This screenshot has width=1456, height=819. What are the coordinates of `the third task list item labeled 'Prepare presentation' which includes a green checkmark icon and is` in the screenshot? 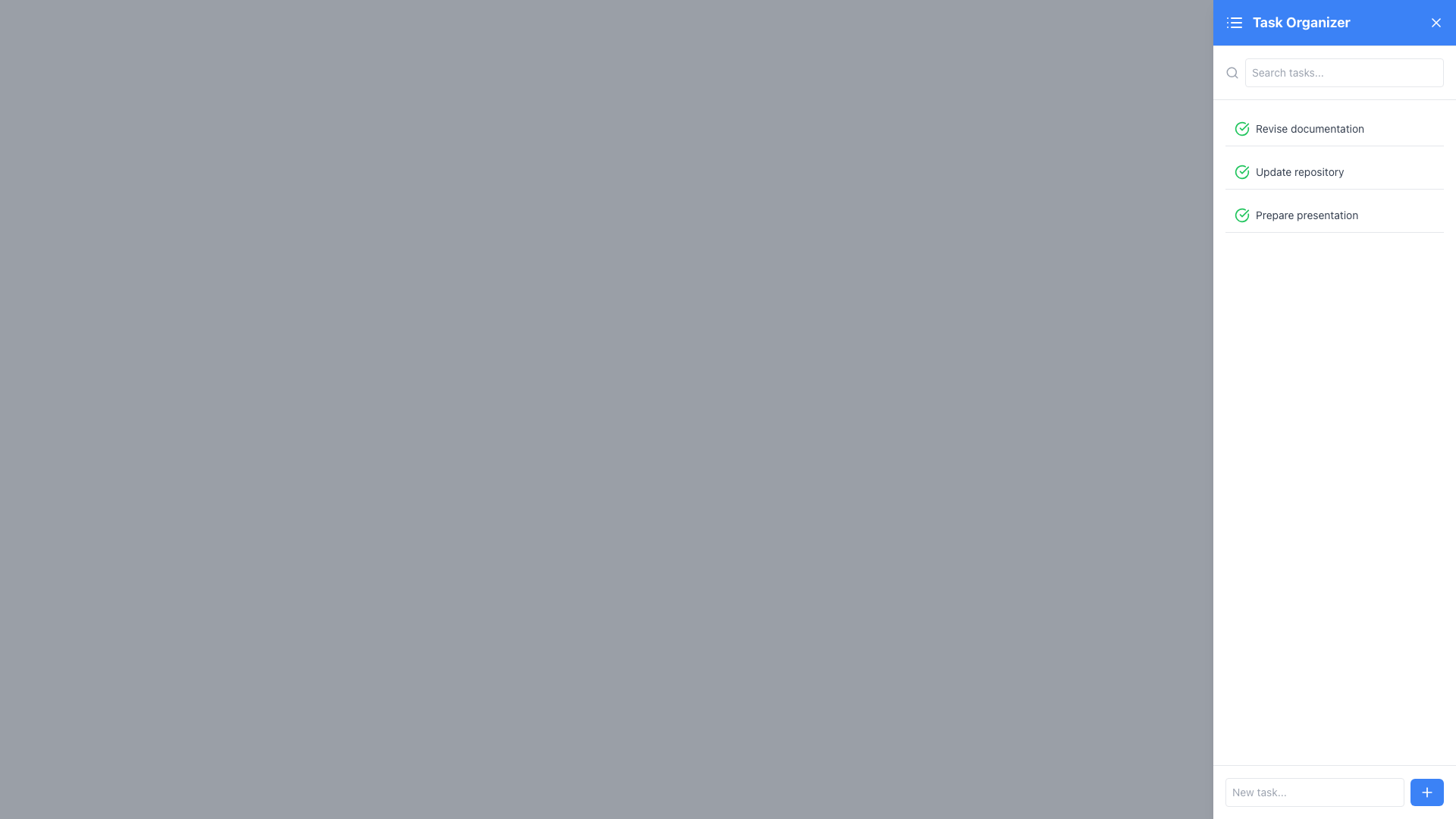 It's located at (1335, 215).